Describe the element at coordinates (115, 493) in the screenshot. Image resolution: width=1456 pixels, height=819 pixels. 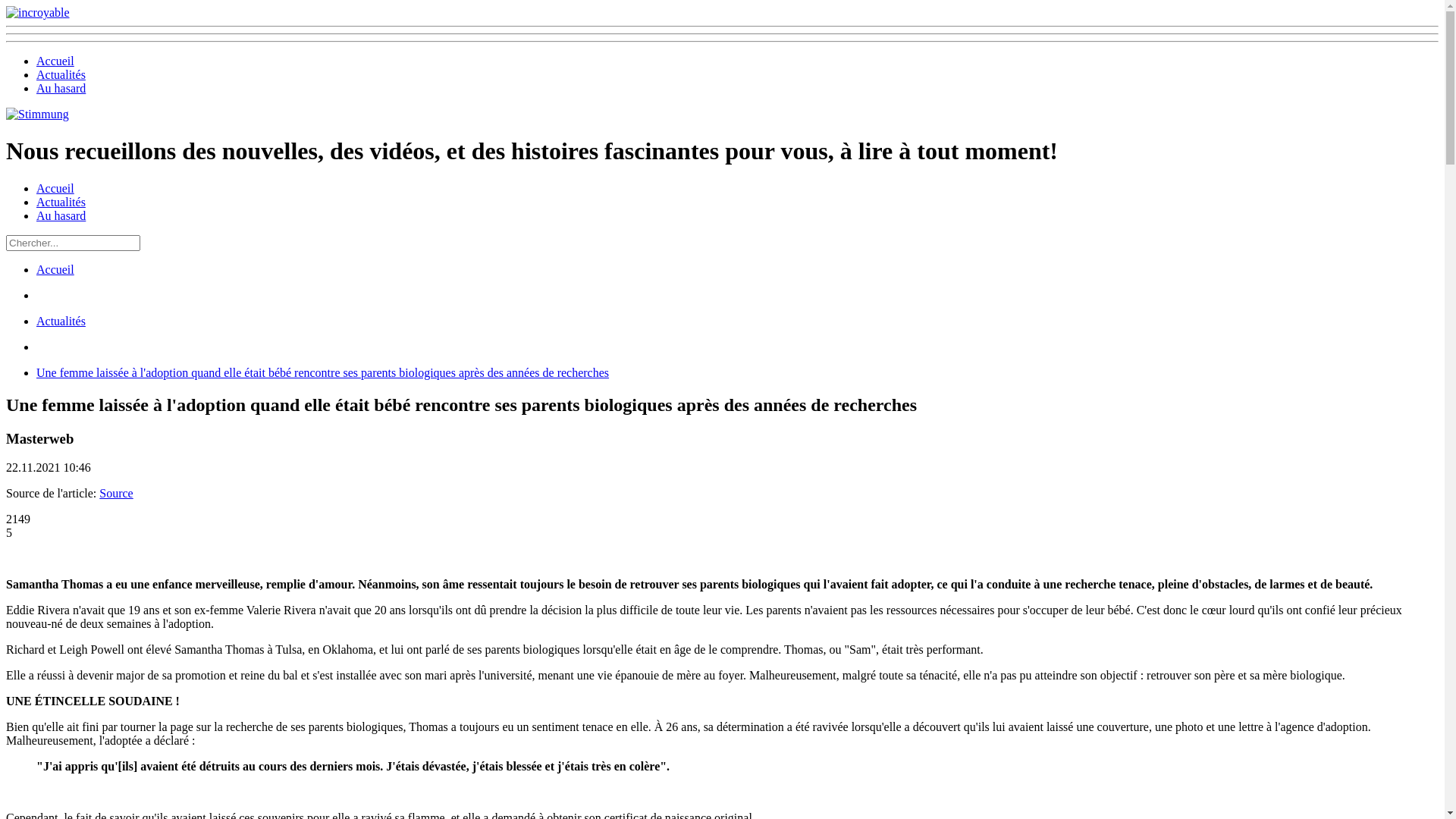
I see `'Source'` at that location.